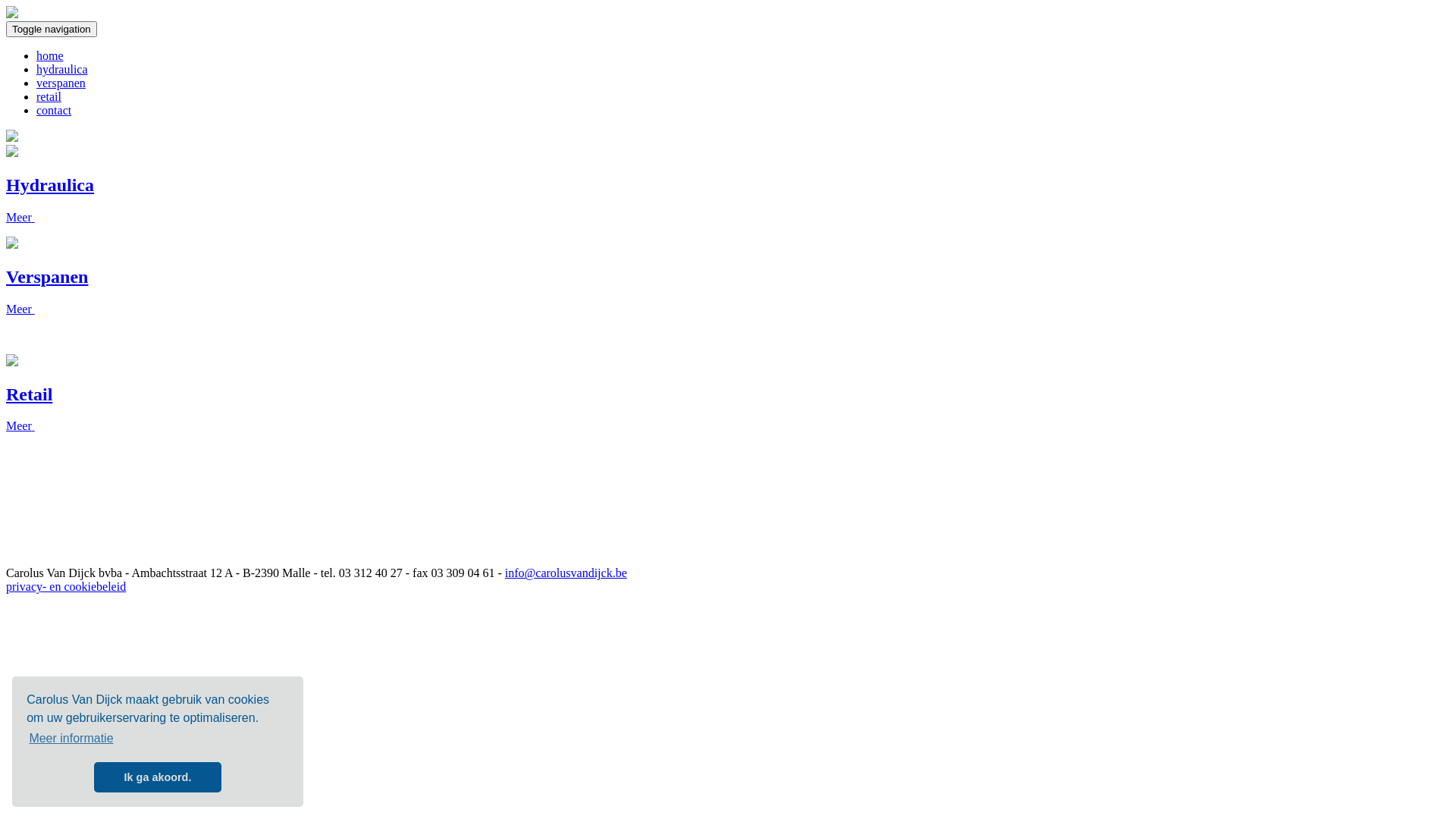  What do you see at coordinates (50, 184) in the screenshot?
I see `'Hydraulica'` at bounding box center [50, 184].